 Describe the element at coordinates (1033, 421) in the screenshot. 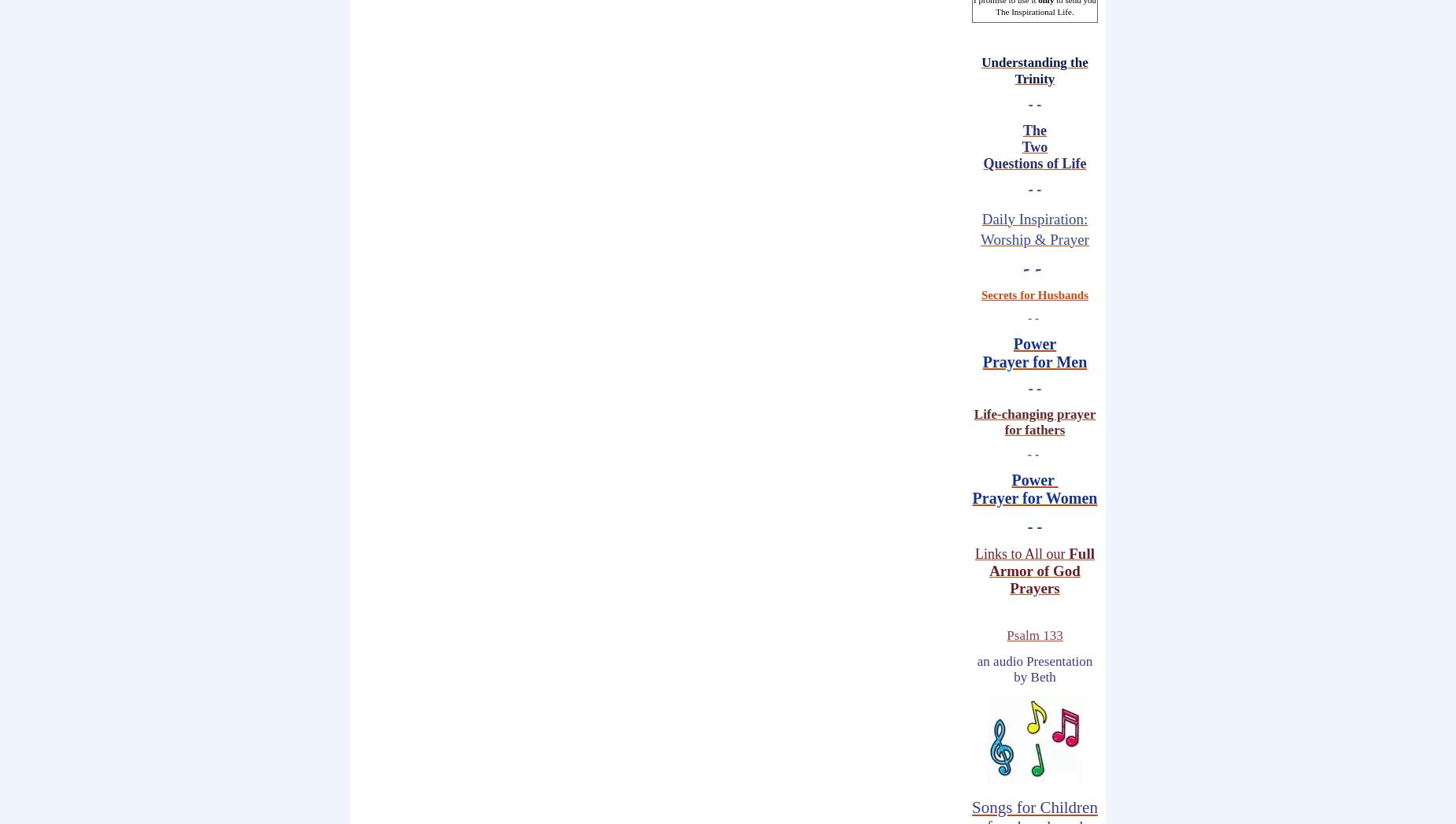

I see `'Life-changing prayer for fathers'` at that location.